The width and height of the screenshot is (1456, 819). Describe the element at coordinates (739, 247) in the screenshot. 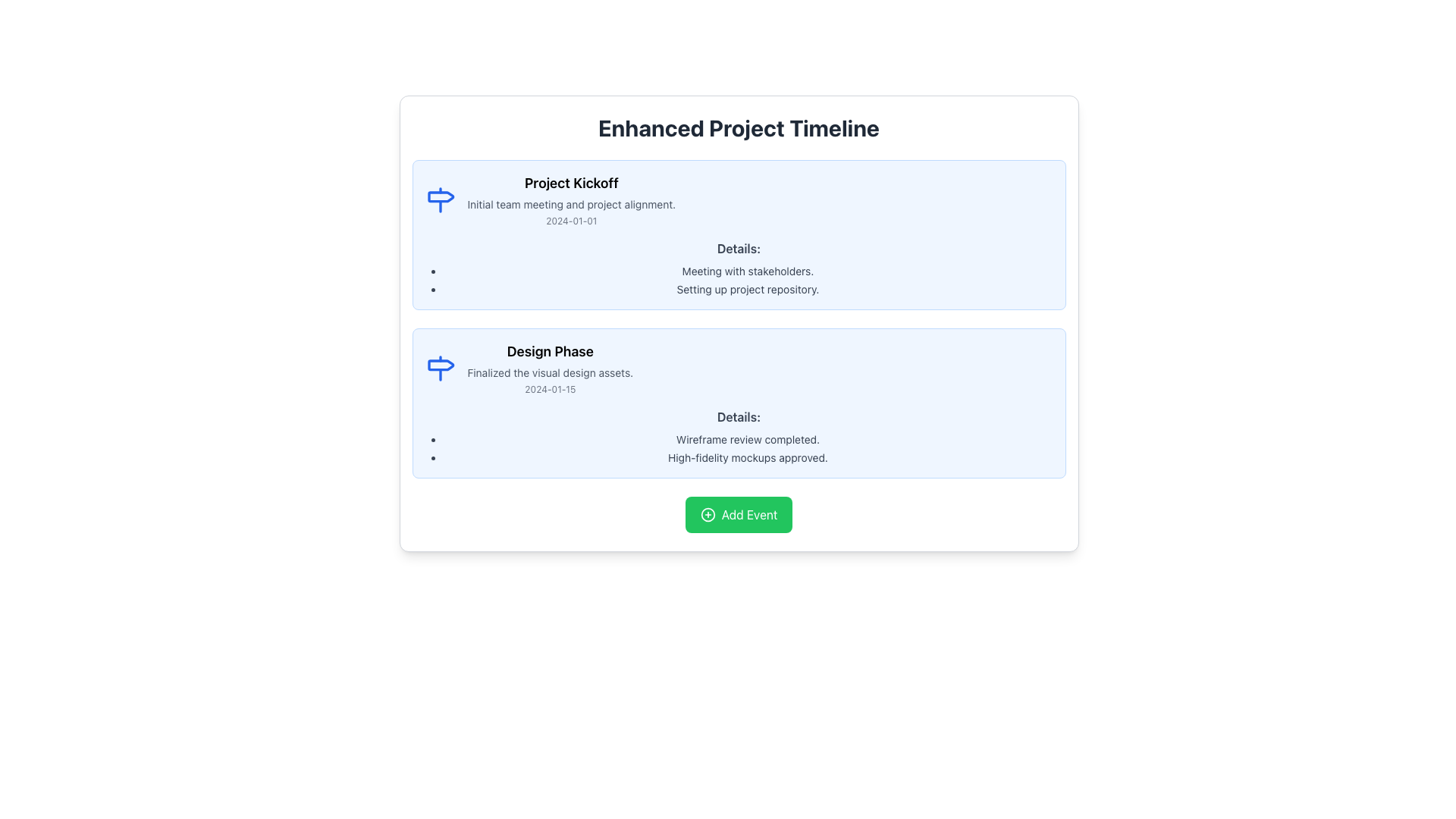

I see `the text label displaying 'Details:' in bold gray font, which acts as a section header above the details list in the 'Project Kickoff' section` at that location.